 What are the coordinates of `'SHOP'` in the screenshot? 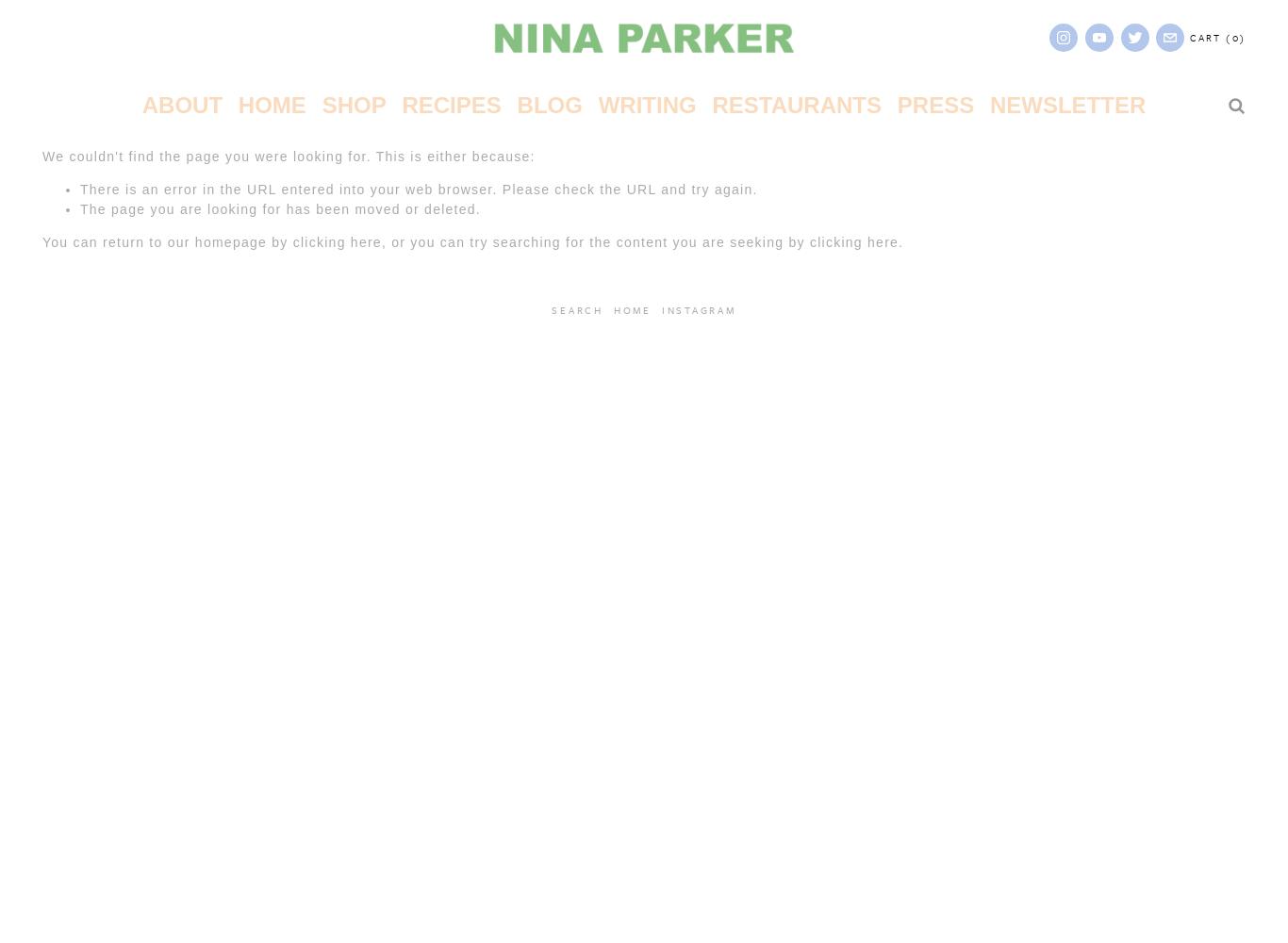 It's located at (352, 104).